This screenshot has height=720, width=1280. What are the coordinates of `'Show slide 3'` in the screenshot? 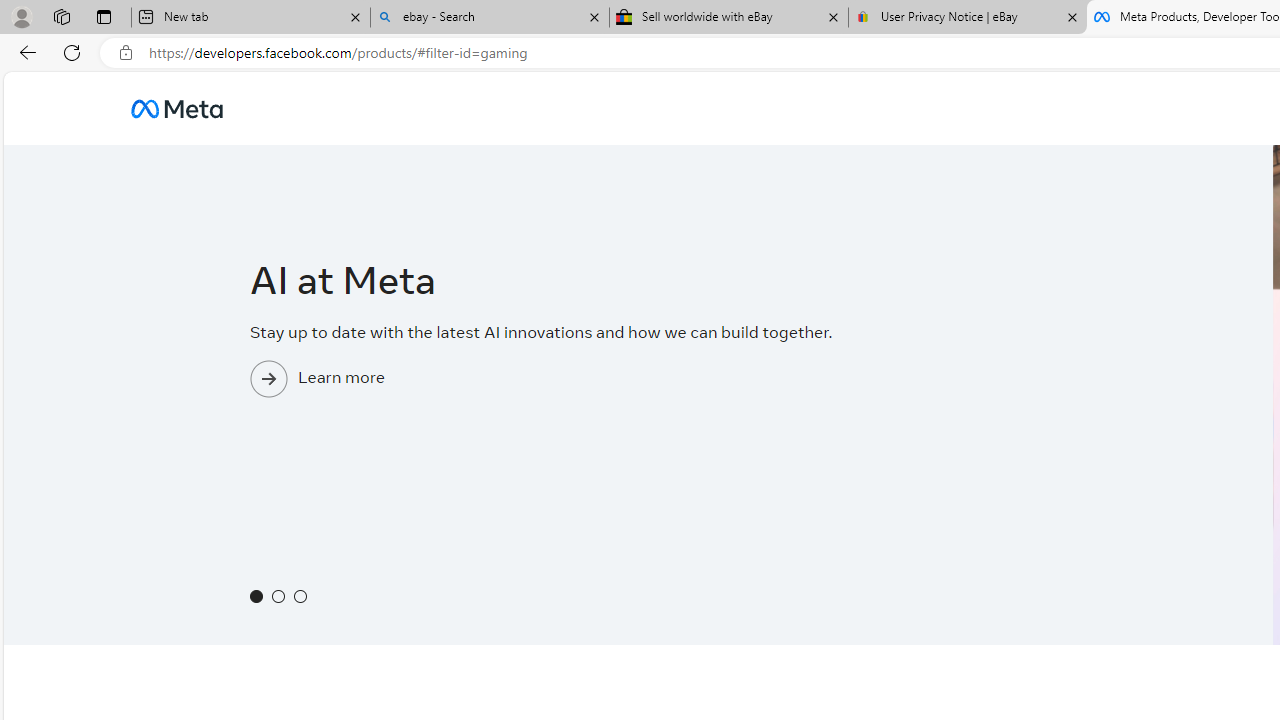 It's located at (300, 595).